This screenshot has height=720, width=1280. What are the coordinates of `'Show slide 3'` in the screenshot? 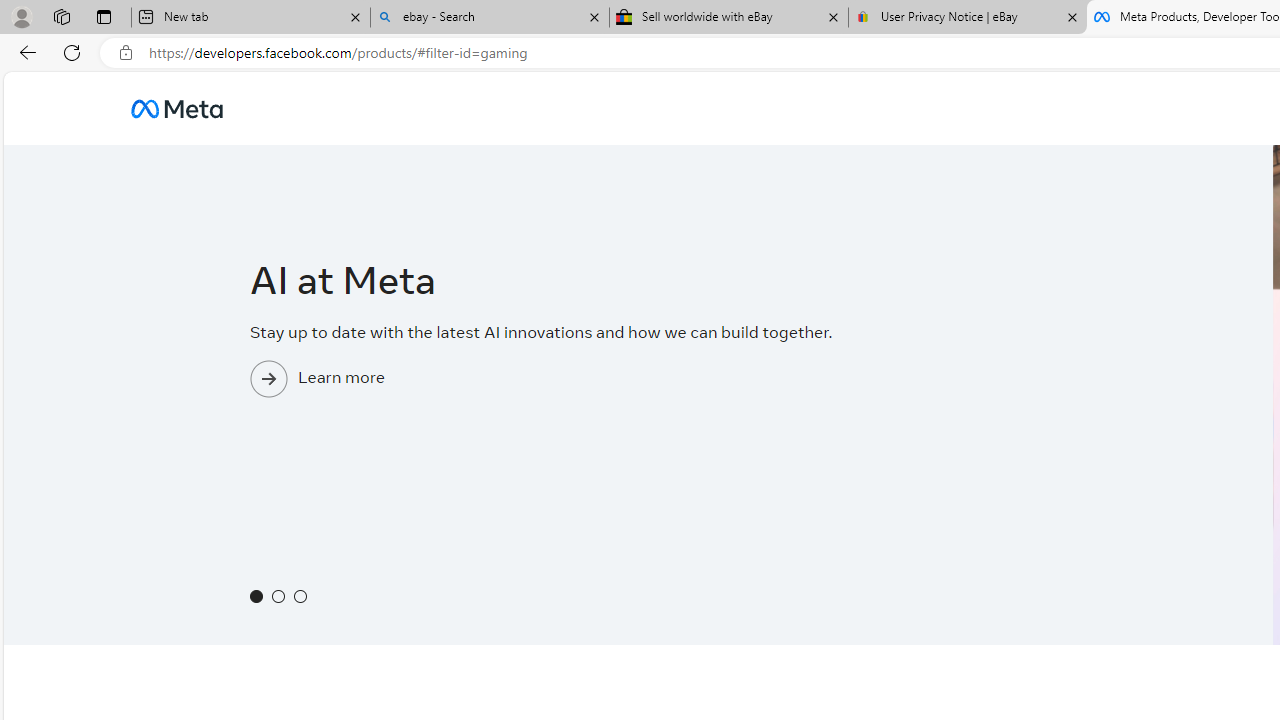 It's located at (300, 595).